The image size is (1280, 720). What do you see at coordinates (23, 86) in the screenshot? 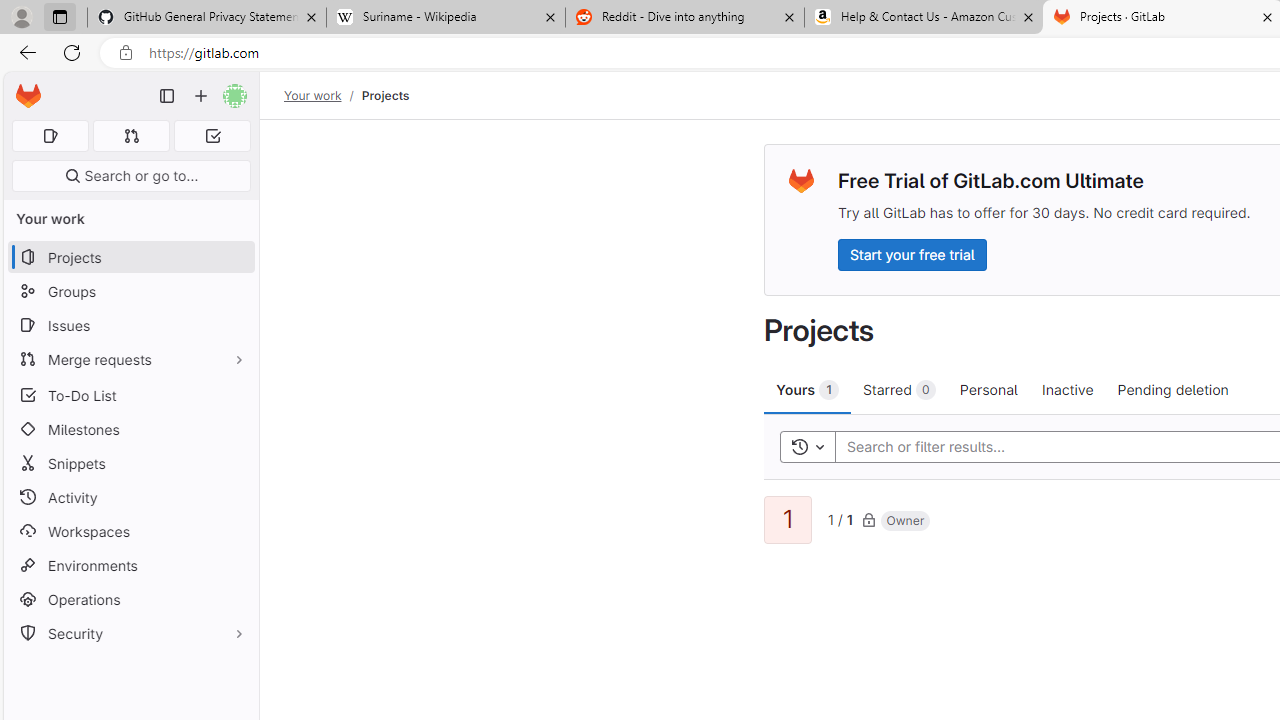
I see `'Skip to main content'` at bounding box center [23, 86].